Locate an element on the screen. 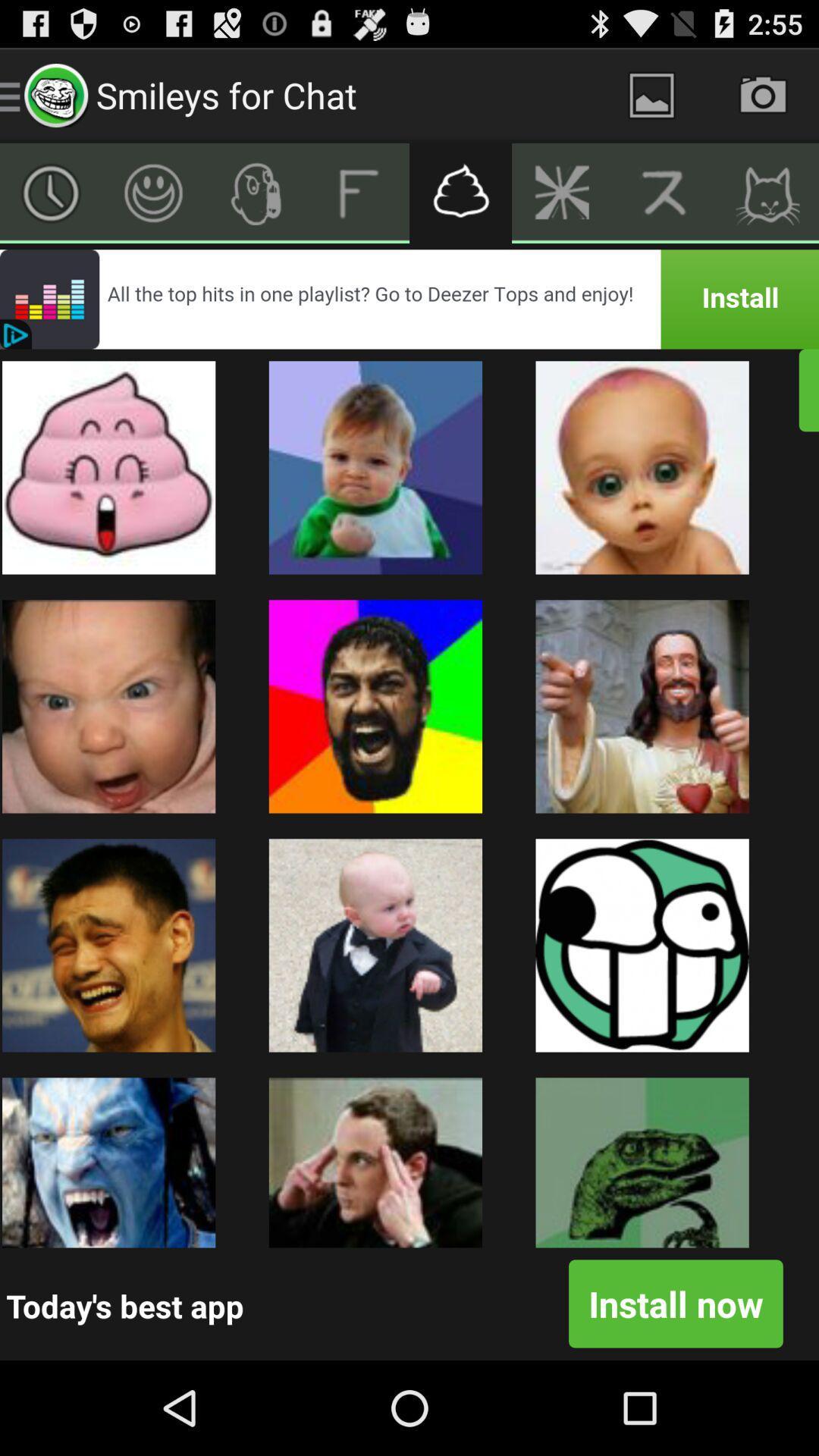 The image size is (819, 1456). open cats is located at coordinates (767, 192).